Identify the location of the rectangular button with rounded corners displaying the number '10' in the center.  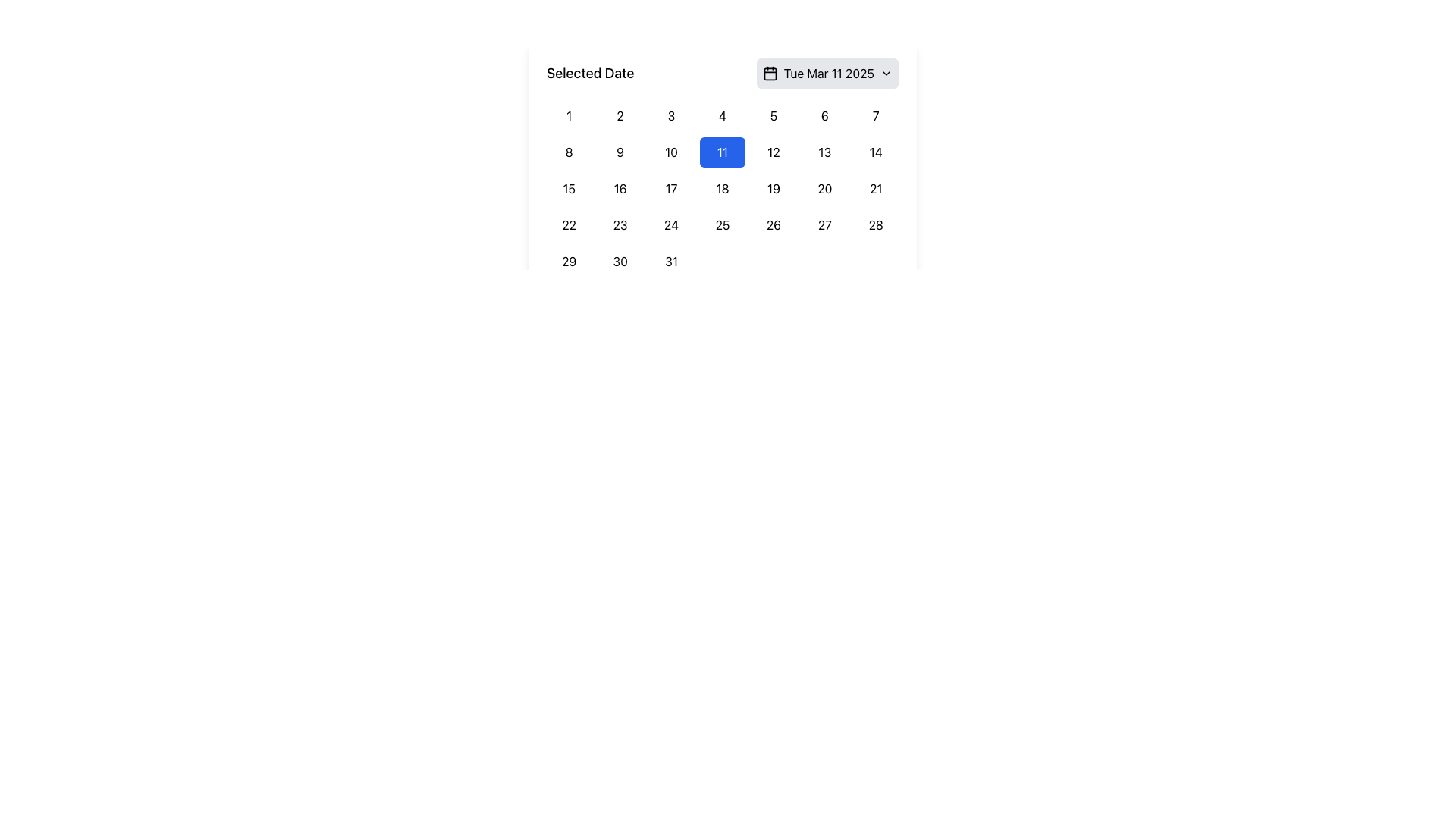
(670, 152).